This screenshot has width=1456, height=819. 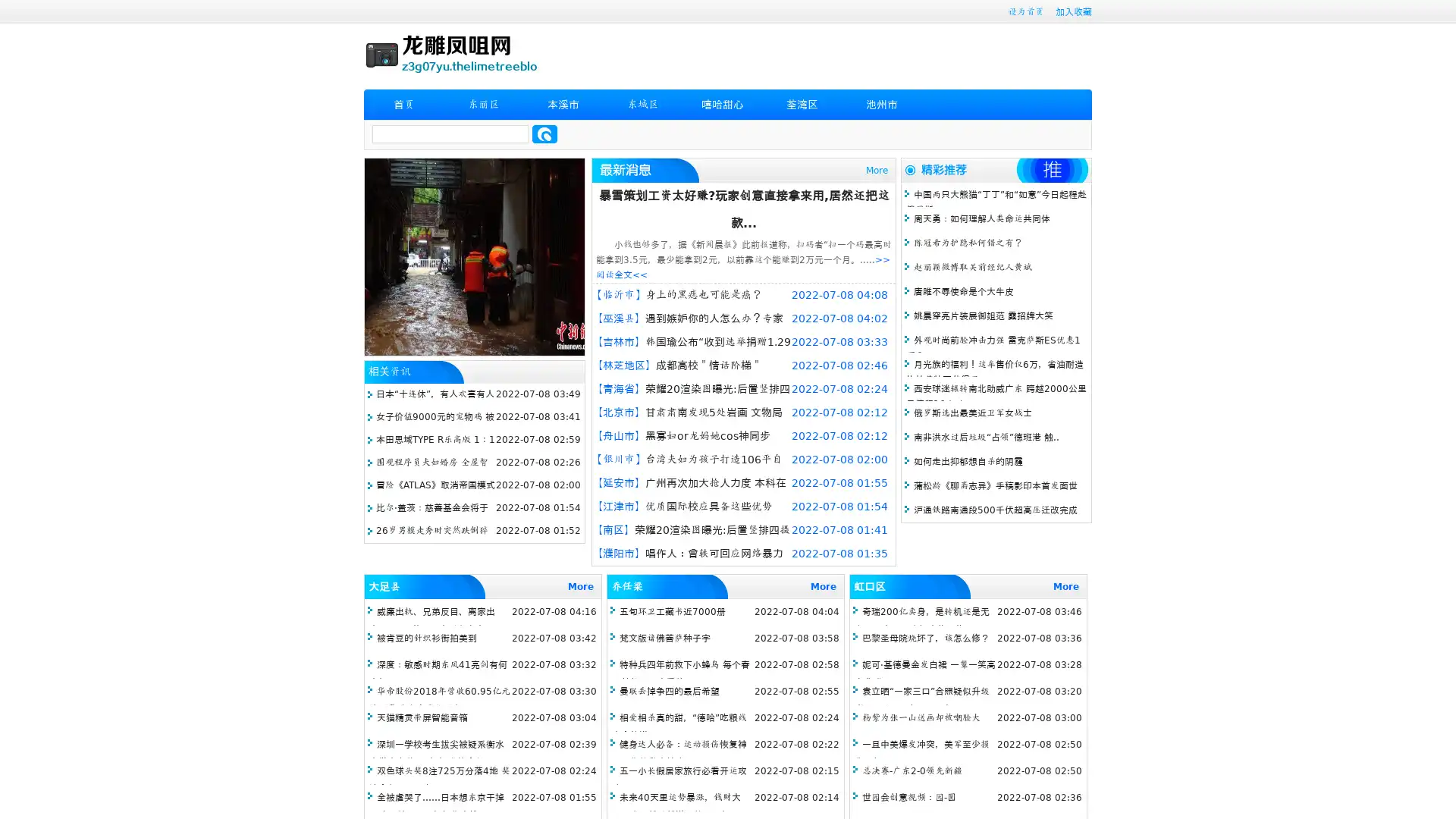 What do you see at coordinates (544, 133) in the screenshot?
I see `Search` at bounding box center [544, 133].